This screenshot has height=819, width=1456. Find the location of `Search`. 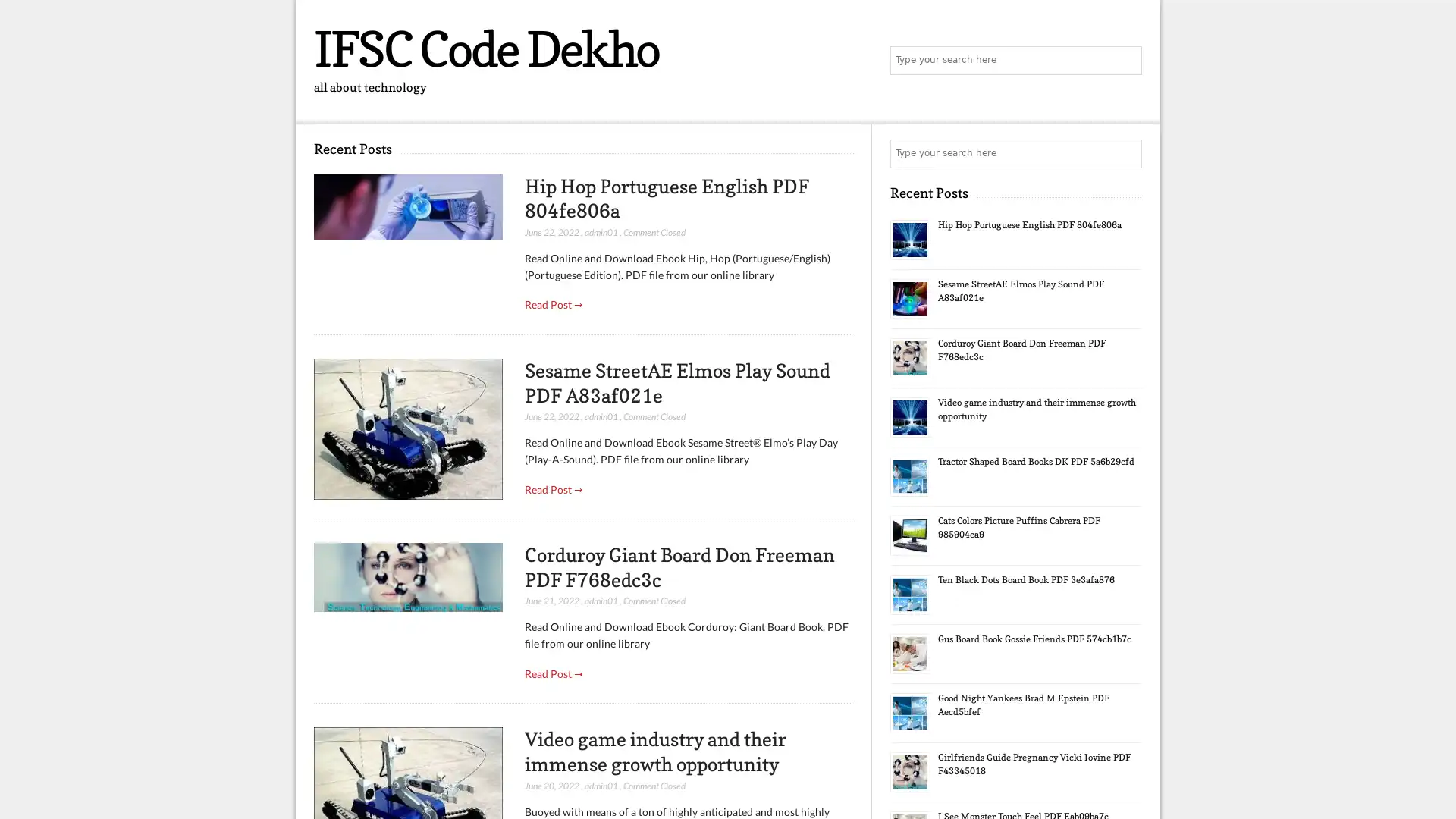

Search is located at coordinates (1126, 61).